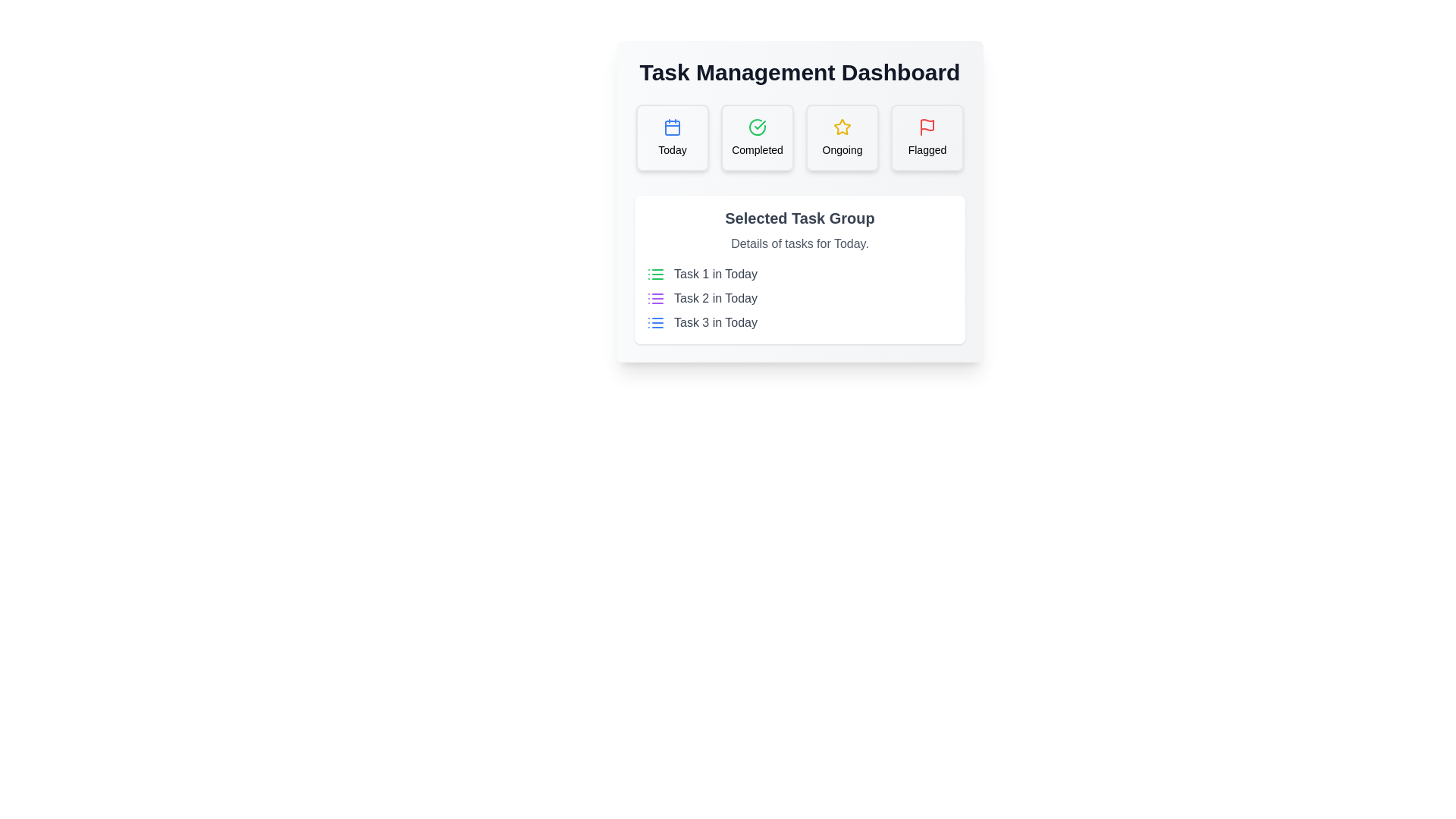 The image size is (1456, 819). What do you see at coordinates (672, 127) in the screenshot?
I see `the blue-outlined calendar icon located in the Task Management Dashboard, which is the leftmost icon in the row of task group selectors directly above the text 'Today'` at bounding box center [672, 127].